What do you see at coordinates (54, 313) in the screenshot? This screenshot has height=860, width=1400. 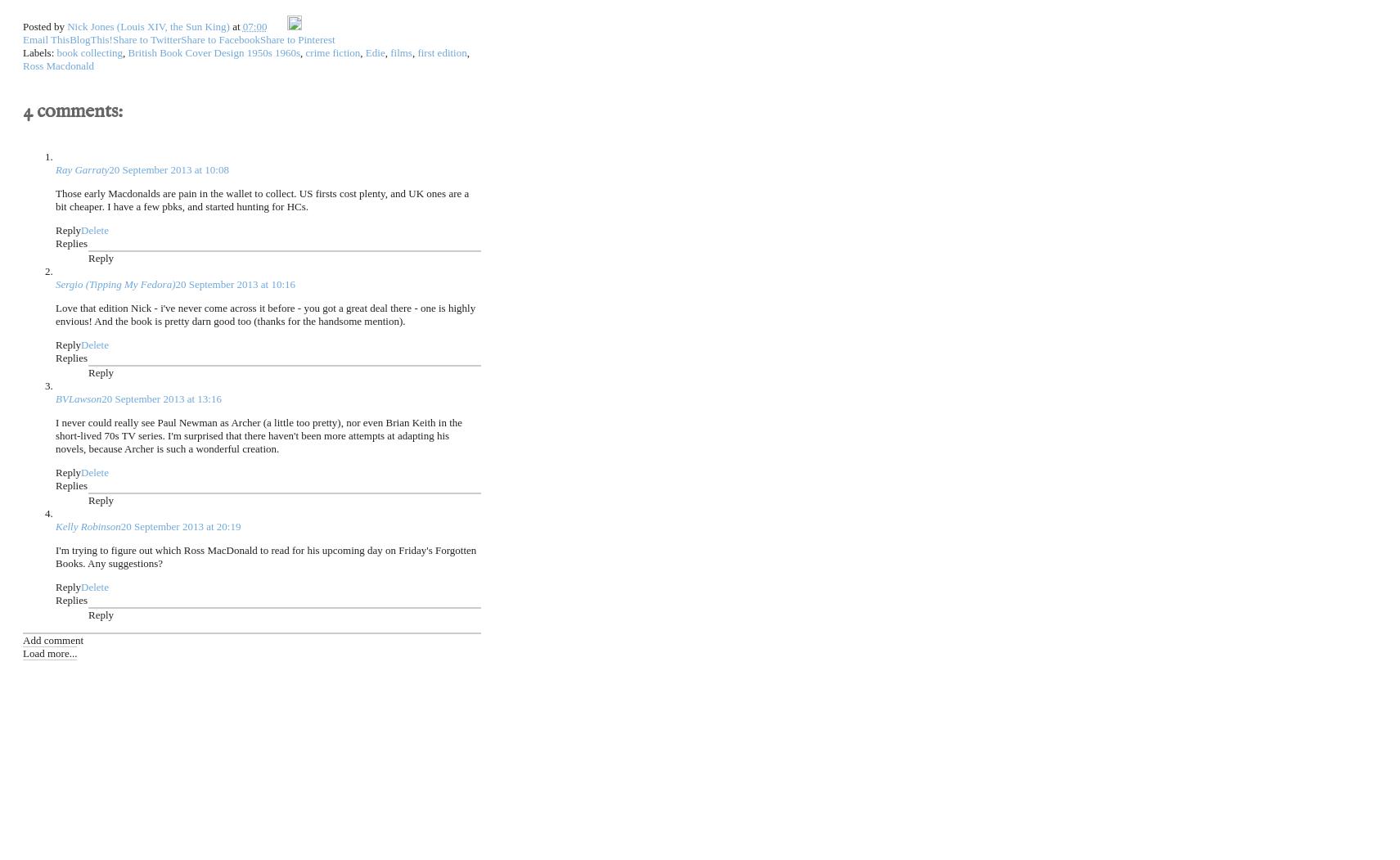 I see `'Love that edition Nick - i've never come across it before - you got a great deal there - one is highly envious! And the book is pretty darn good too (thanks for the handsome mention).'` at bounding box center [54, 313].